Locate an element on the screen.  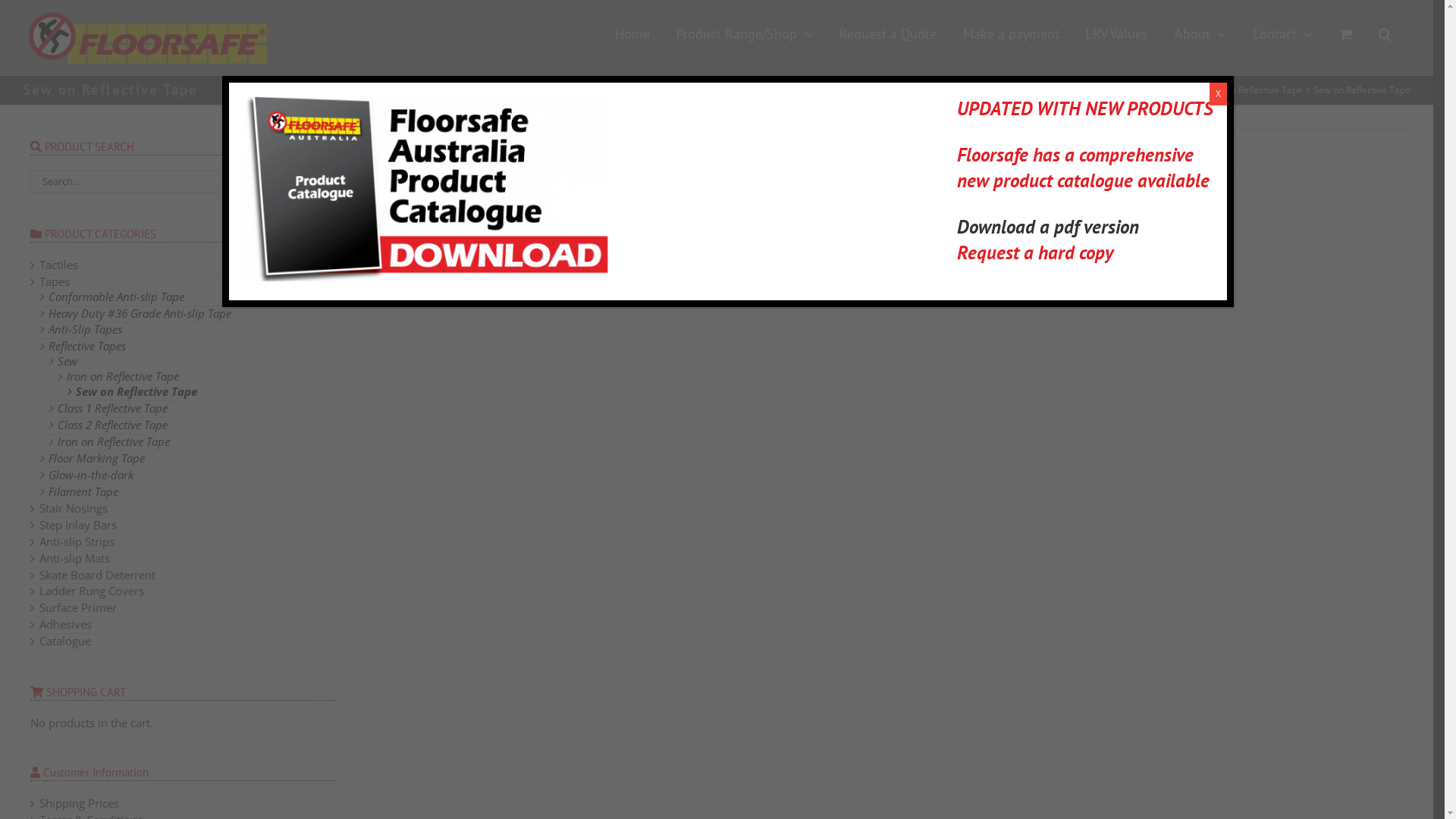
'Search' is located at coordinates (1385, 34).